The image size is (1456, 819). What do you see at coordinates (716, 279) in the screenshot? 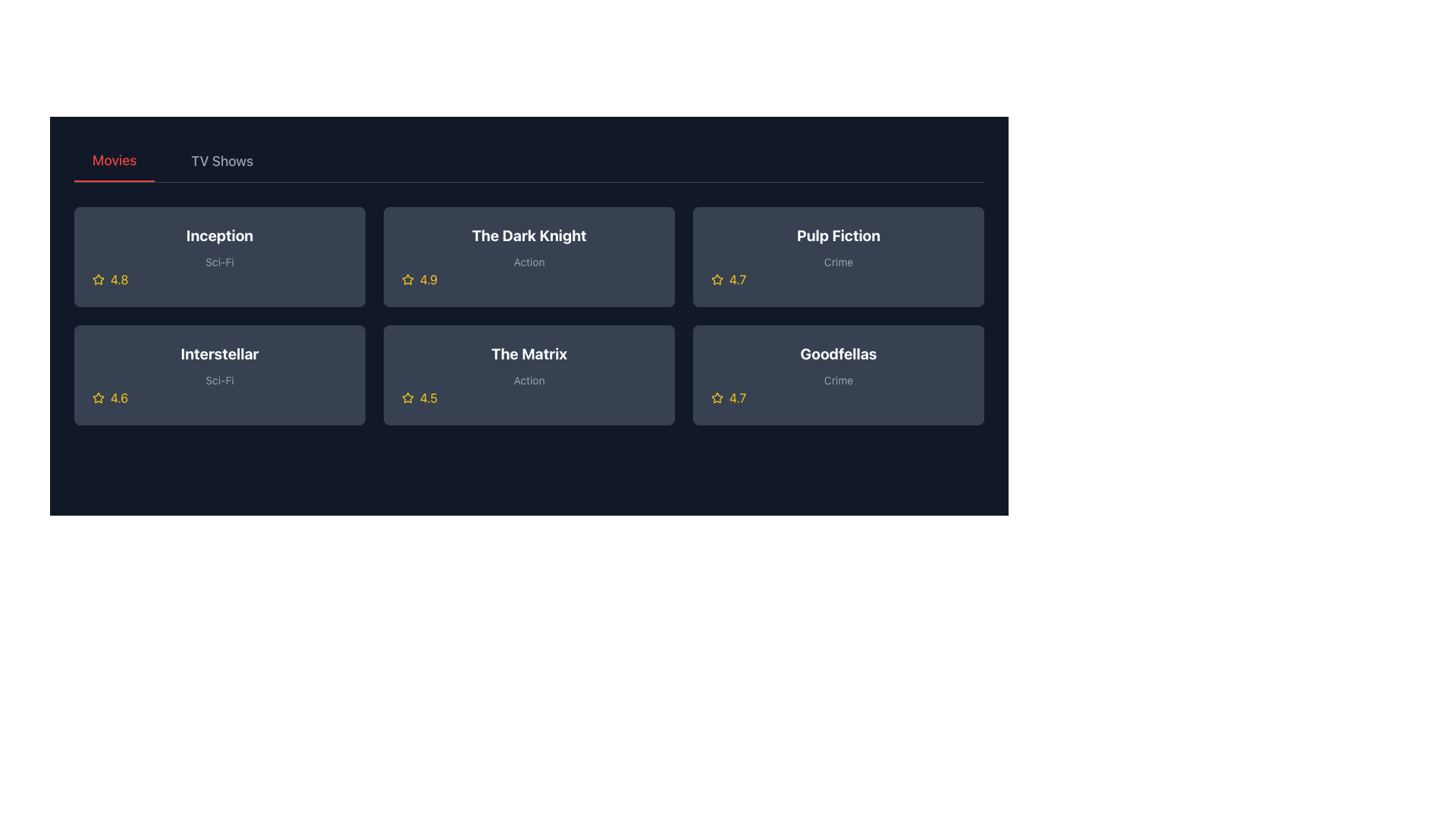
I see `the yellow outlined star icon located in the bottom-left corner of the 'Pulp Fiction' card to interact with the rating` at bounding box center [716, 279].